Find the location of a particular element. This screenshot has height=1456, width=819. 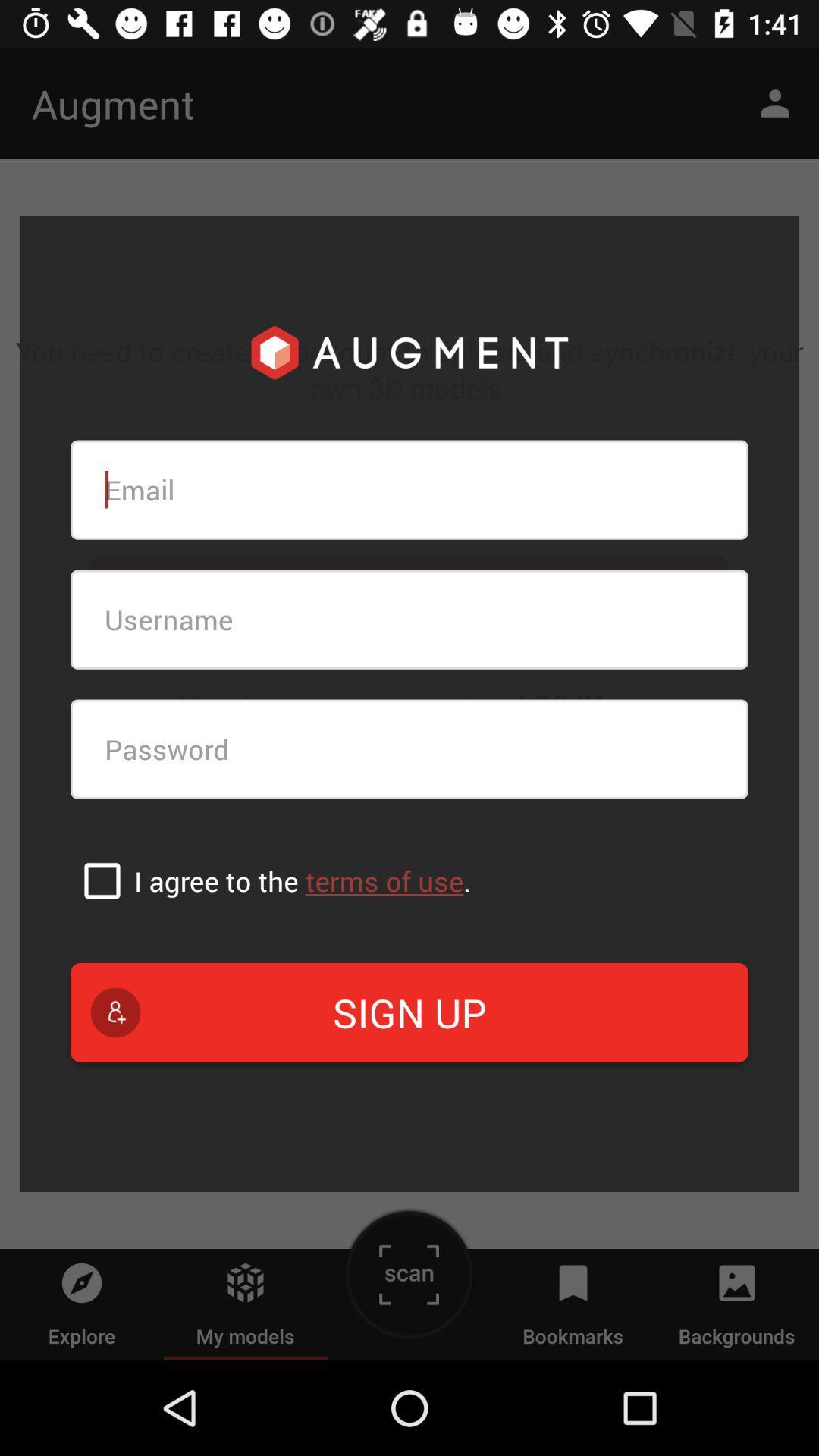

icon above sign up item is located at coordinates (102, 880).